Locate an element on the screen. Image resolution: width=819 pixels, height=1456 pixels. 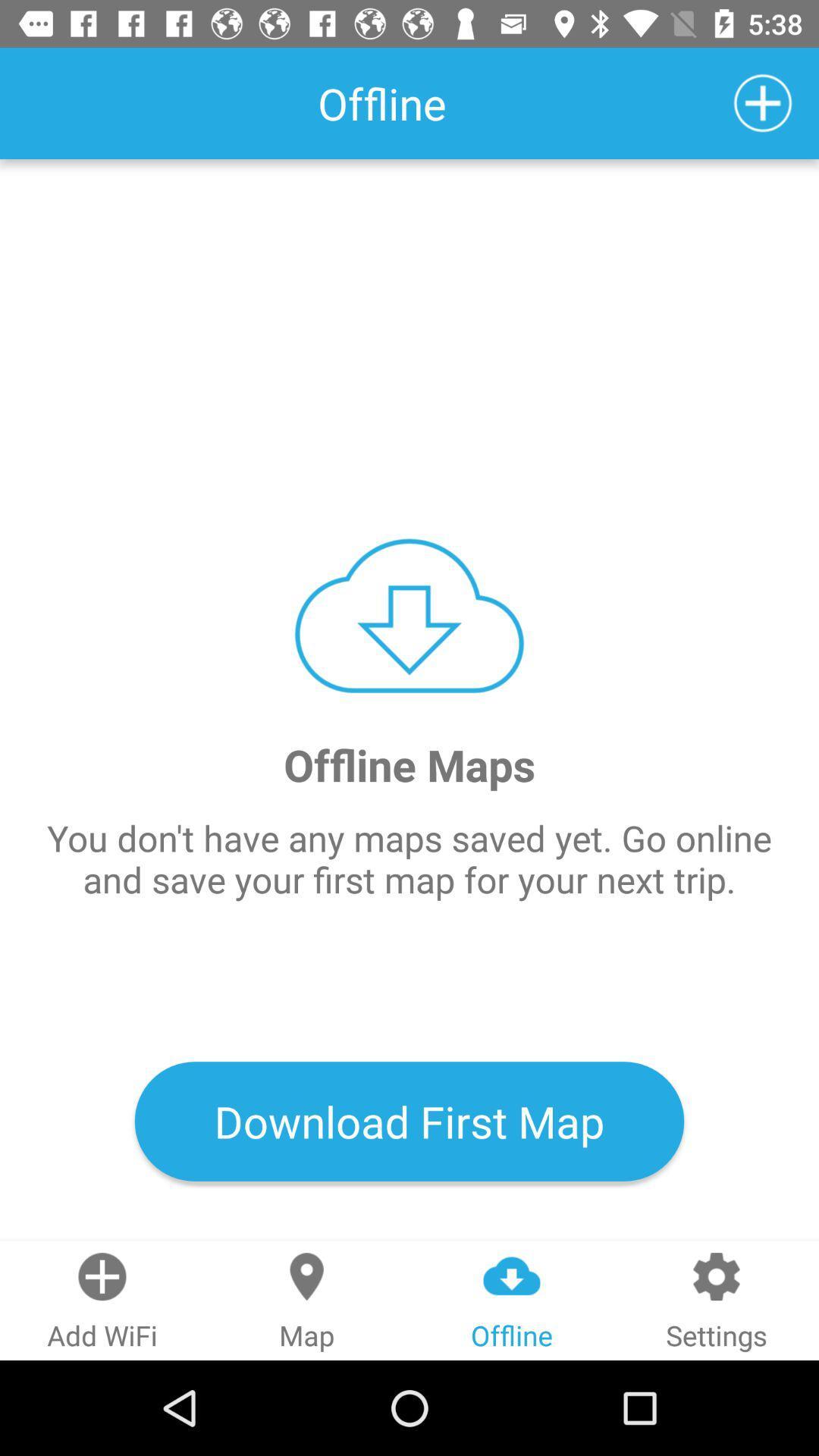
the icon next to offline item is located at coordinates (763, 102).